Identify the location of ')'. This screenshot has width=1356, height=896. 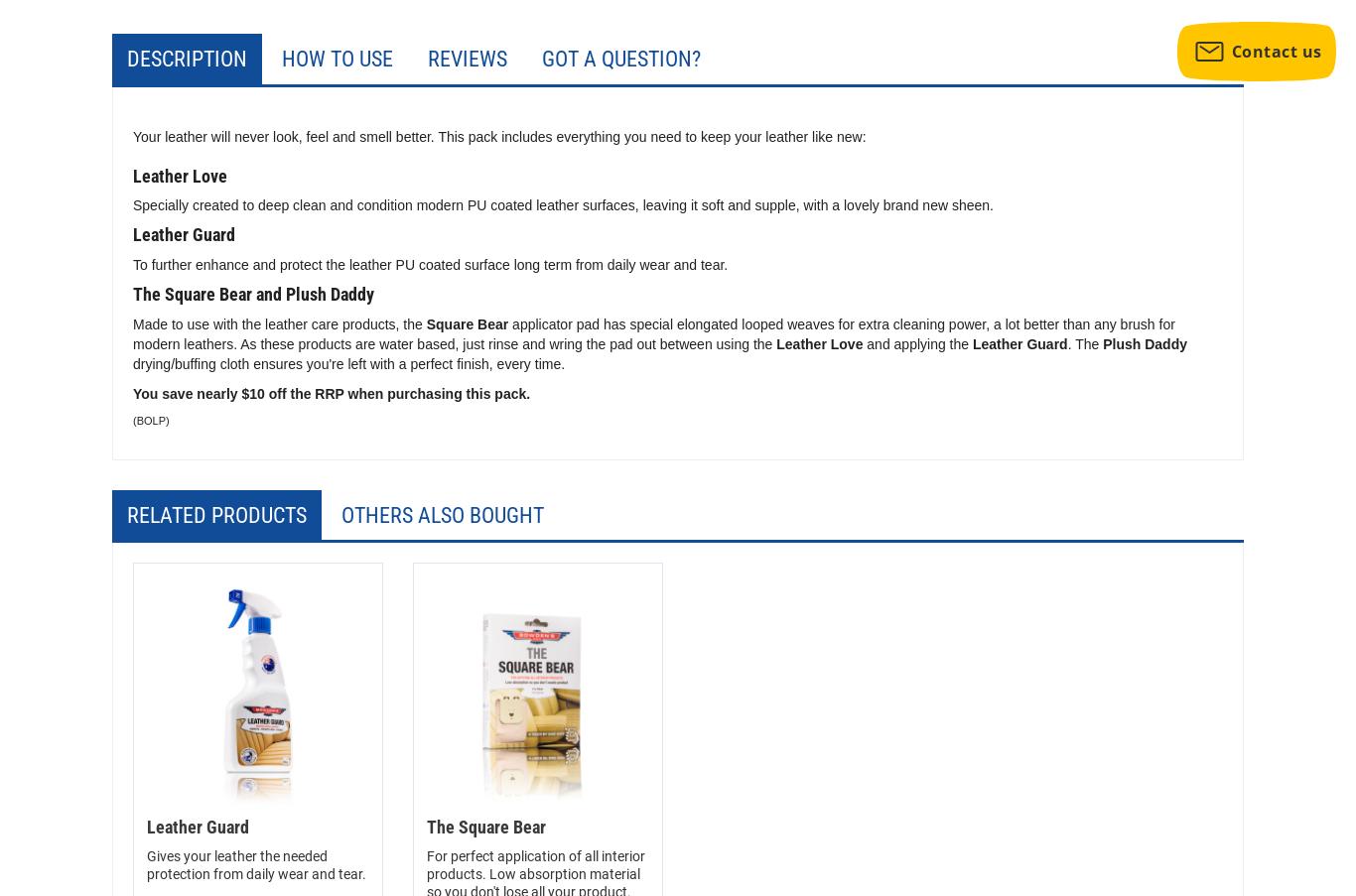
(166, 418).